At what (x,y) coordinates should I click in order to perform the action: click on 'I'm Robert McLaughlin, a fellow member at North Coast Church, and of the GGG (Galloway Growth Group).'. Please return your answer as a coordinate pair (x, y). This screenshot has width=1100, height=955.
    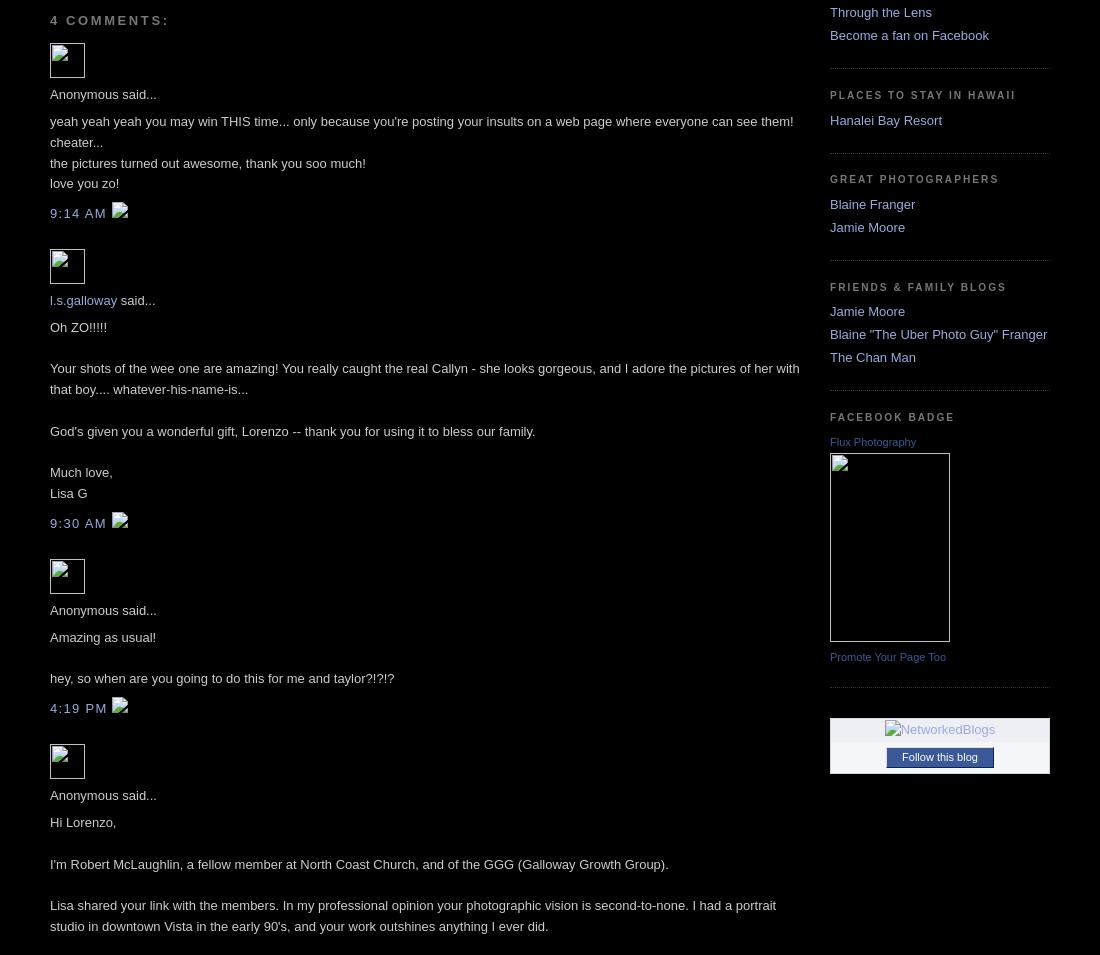
    Looking at the image, I should click on (359, 863).